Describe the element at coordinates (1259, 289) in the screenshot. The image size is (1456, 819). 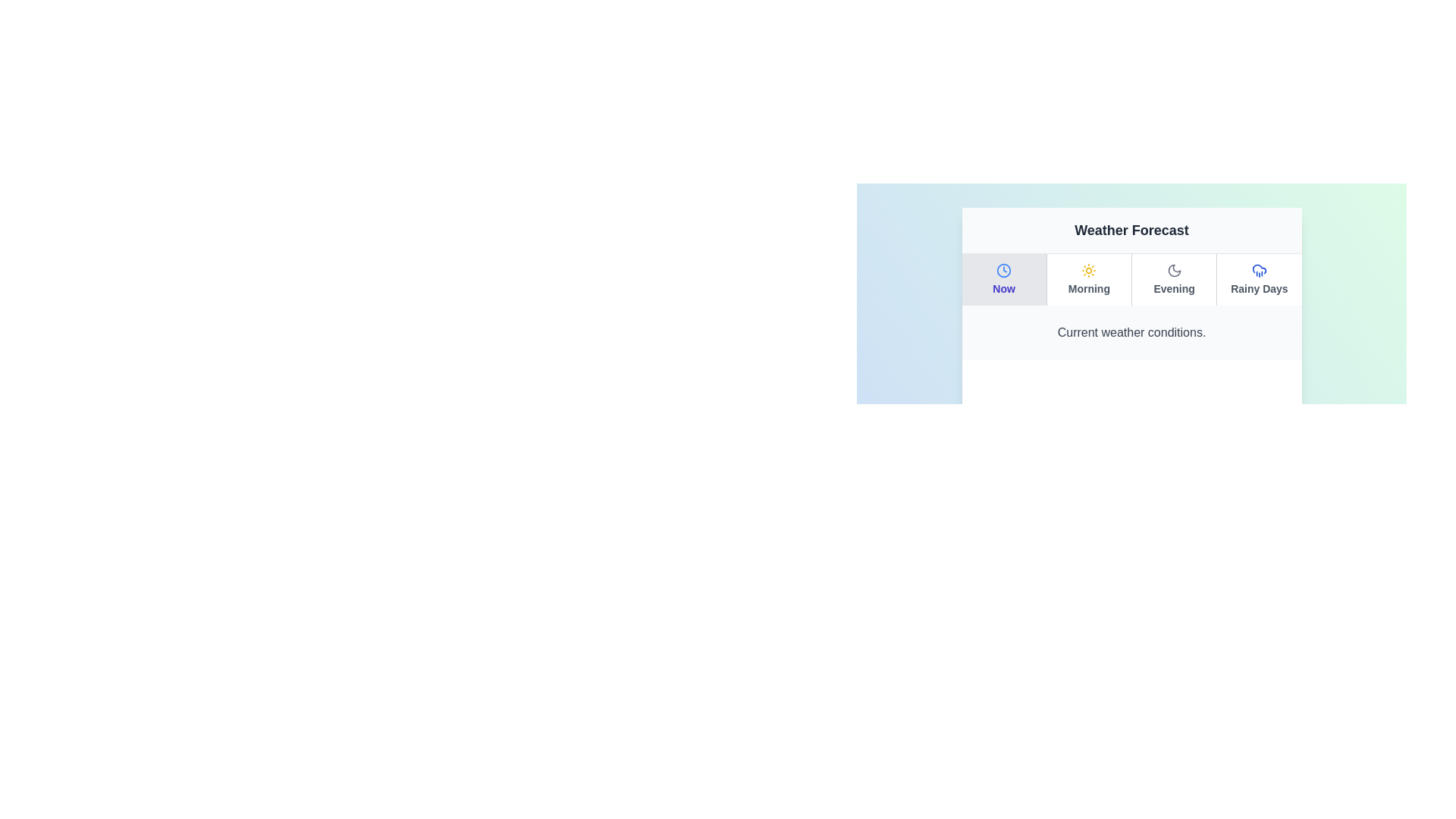
I see `the 'Rainy Days' text label in the weather navigation menu` at that location.